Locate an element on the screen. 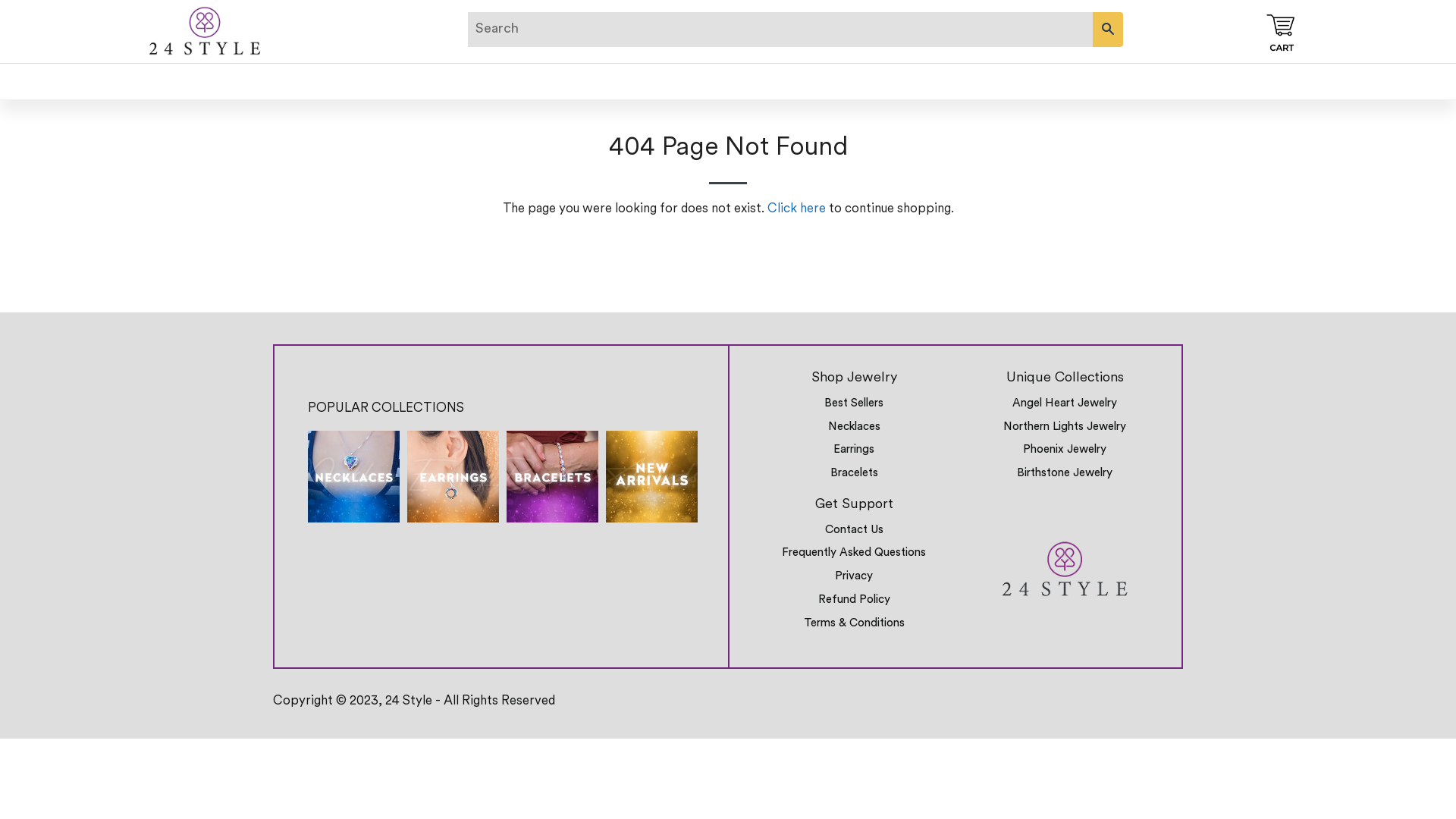  'Refund Policy' is located at coordinates (817, 599).